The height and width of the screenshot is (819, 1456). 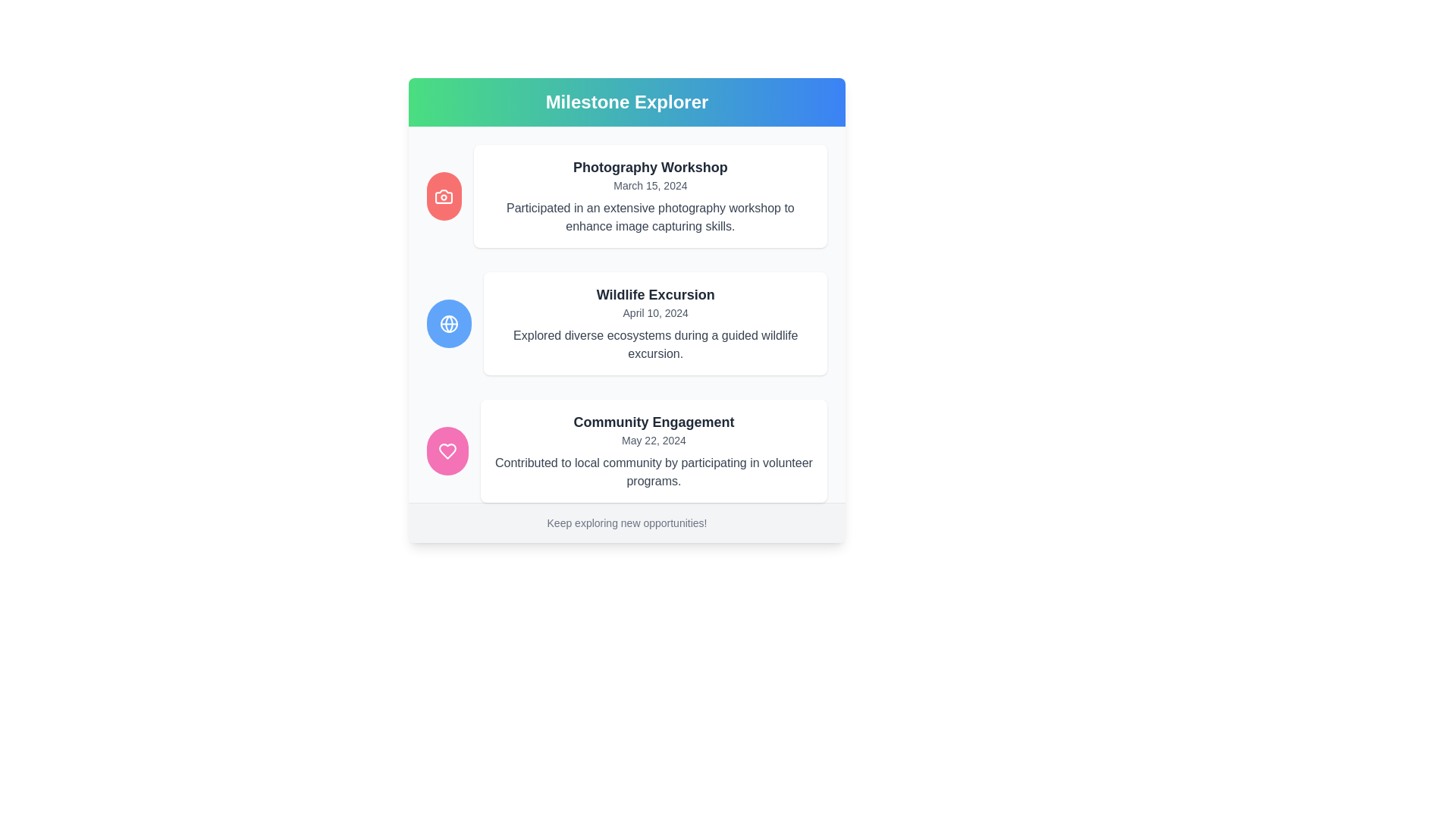 What do you see at coordinates (448, 323) in the screenshot?
I see `the icon representing the 'Wildlife Excursion' content section, which is located at the left side of this section and aligned with the text content` at bounding box center [448, 323].